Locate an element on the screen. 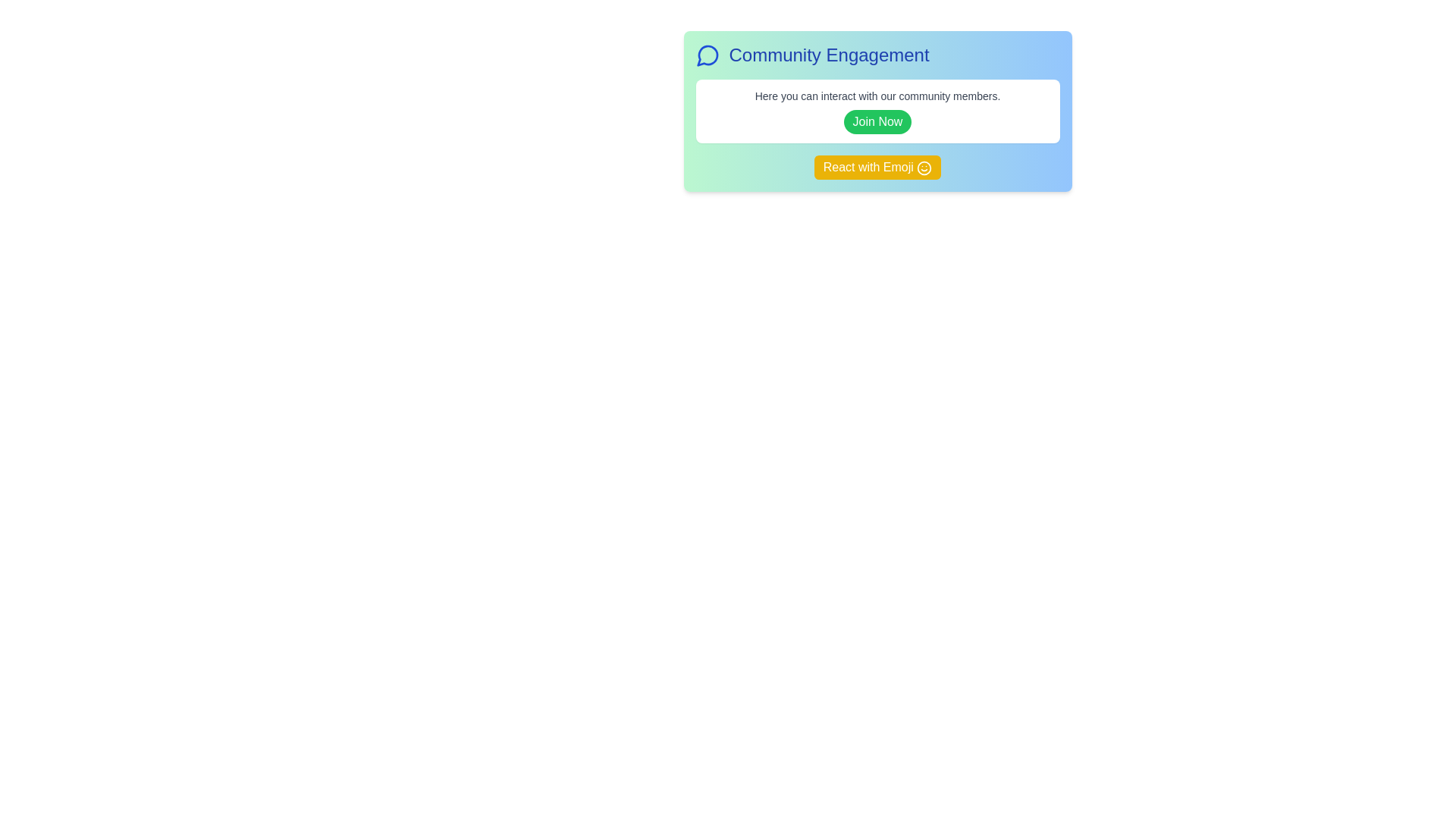 Image resolution: width=1456 pixels, height=819 pixels. the green 'Join Now' button with white text, which is centered within a white box and positioned above the yellow 'React with Emoji' button is located at coordinates (877, 110).